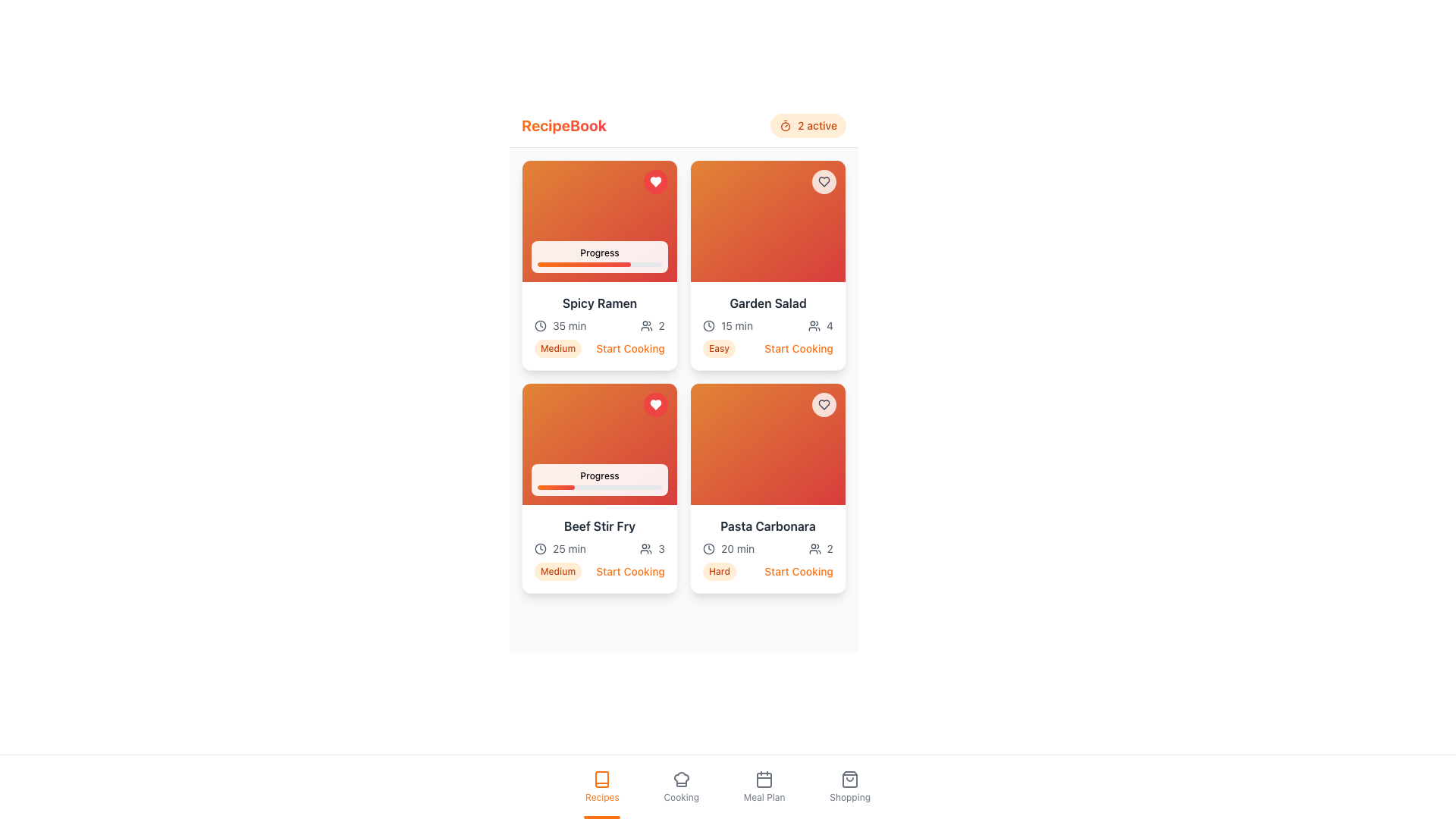 The image size is (1456, 819). Describe the element at coordinates (599, 488) in the screenshot. I see `the horizontal progress bar element for 'Beef Stir Fry' that is filled from left to about 30% with a gradient from orange to red, located below the 'Progress' label and above the cooking details` at that location.